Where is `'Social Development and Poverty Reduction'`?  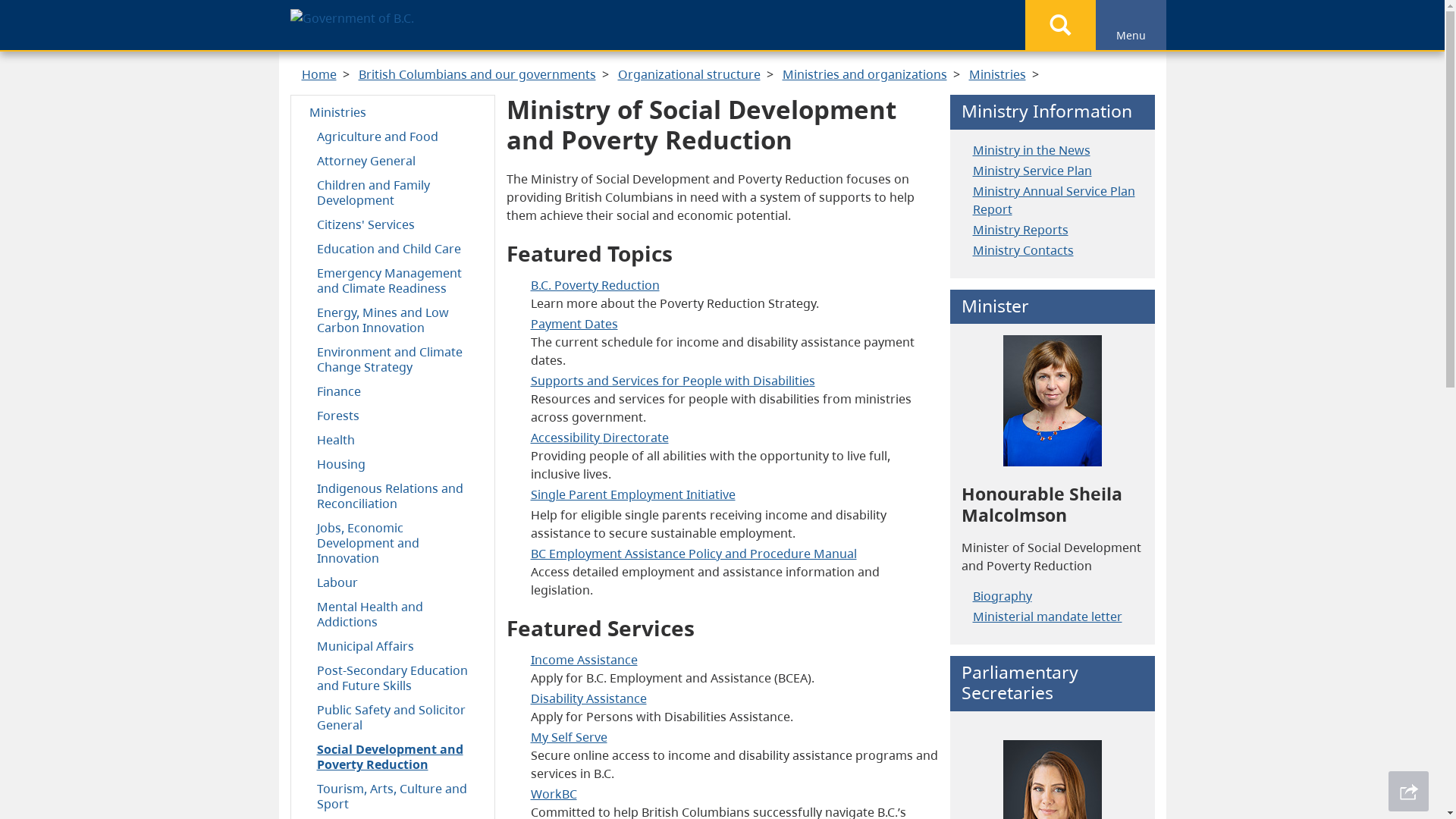 'Social Development and Poverty Reduction' is located at coordinates (393, 755).